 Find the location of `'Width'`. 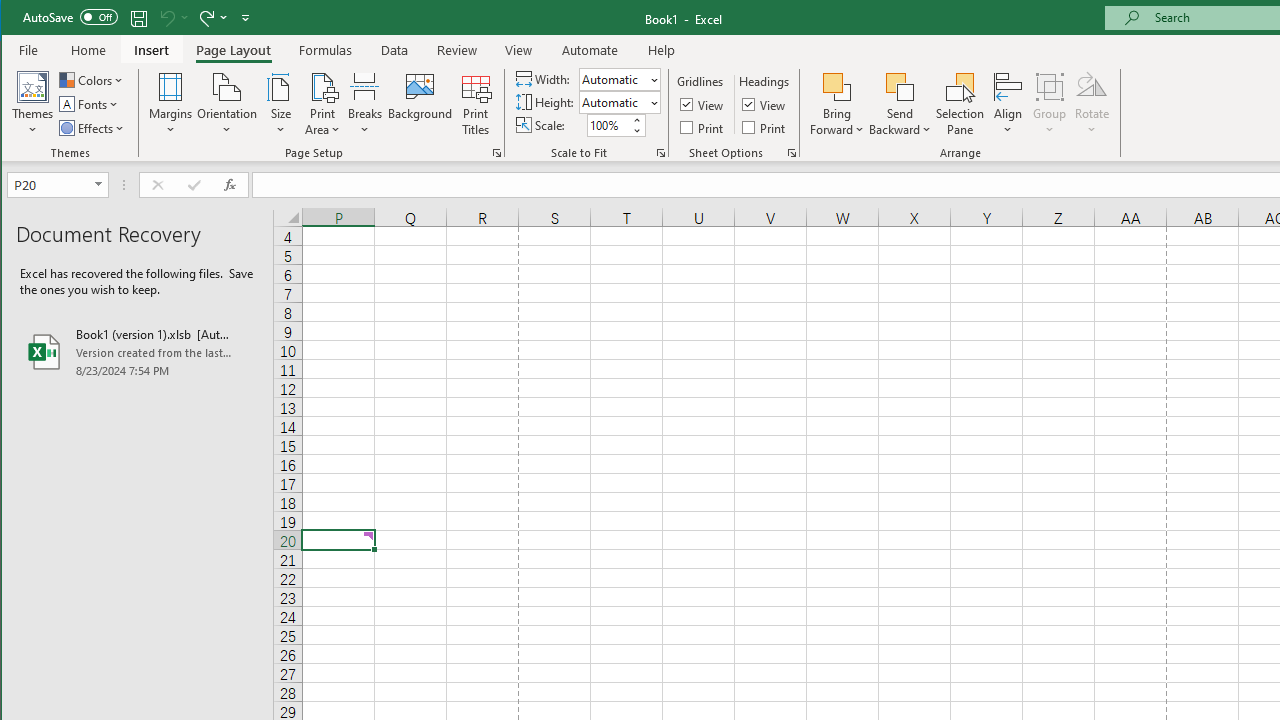

'Width' is located at coordinates (612, 78).